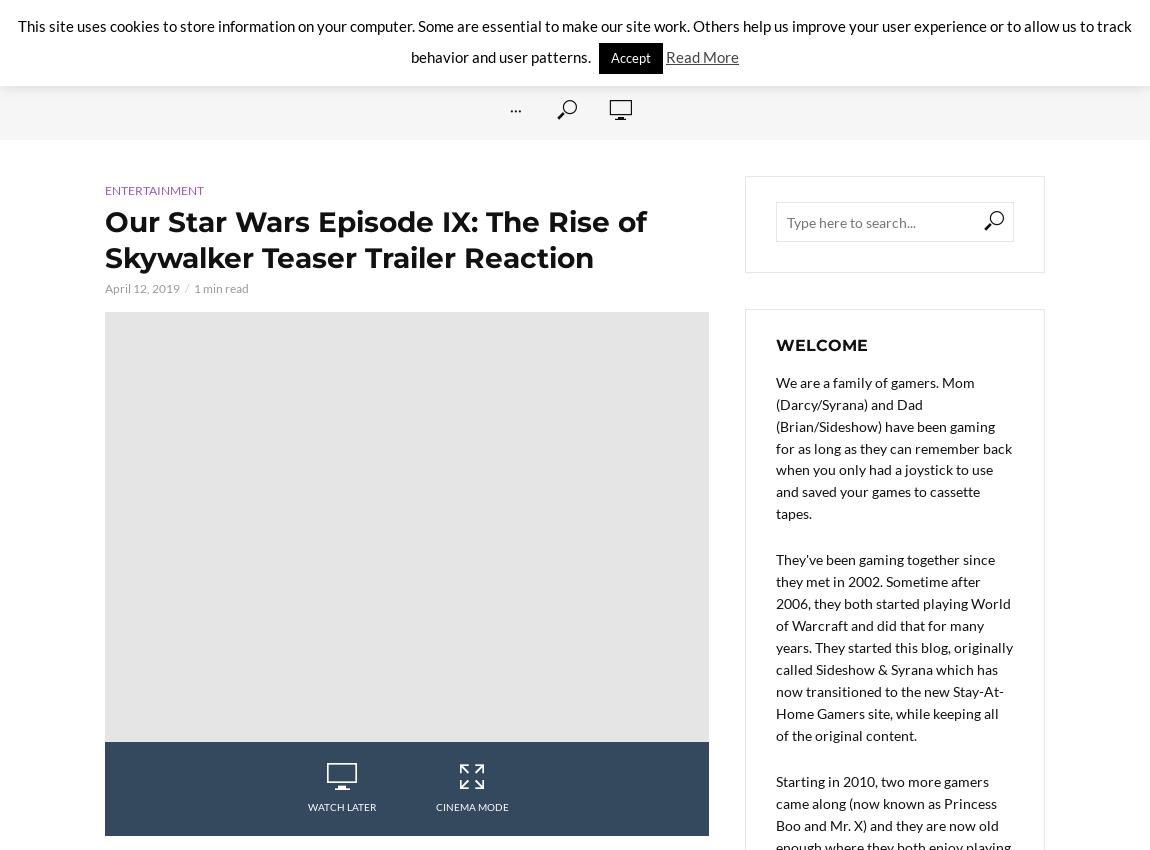 Image resolution: width=1150 pixels, height=850 pixels. What do you see at coordinates (609, 57) in the screenshot?
I see `'Accept'` at bounding box center [609, 57].